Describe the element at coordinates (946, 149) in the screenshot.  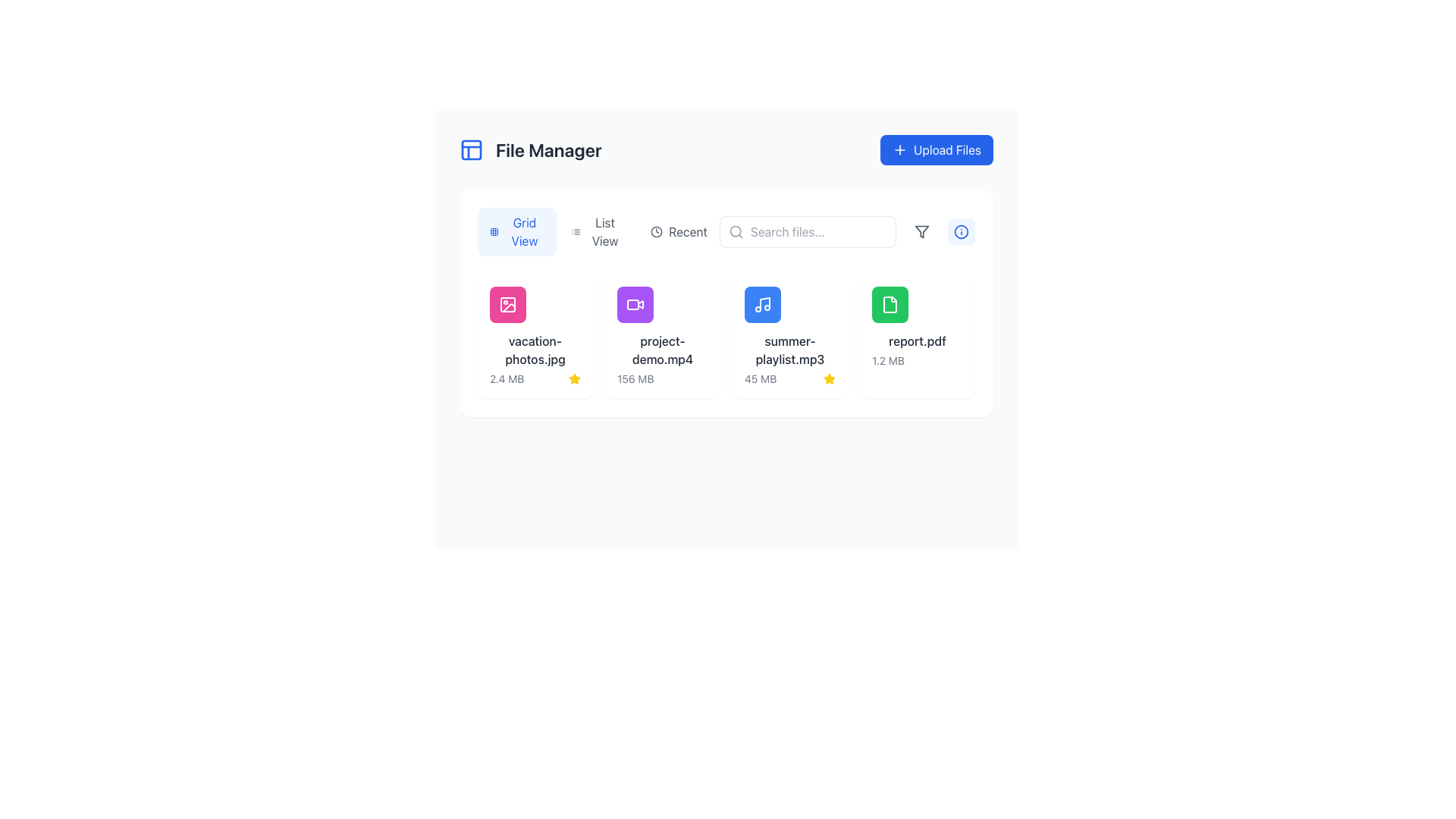
I see `the 'Upload Files' text label inside the blue button` at that location.